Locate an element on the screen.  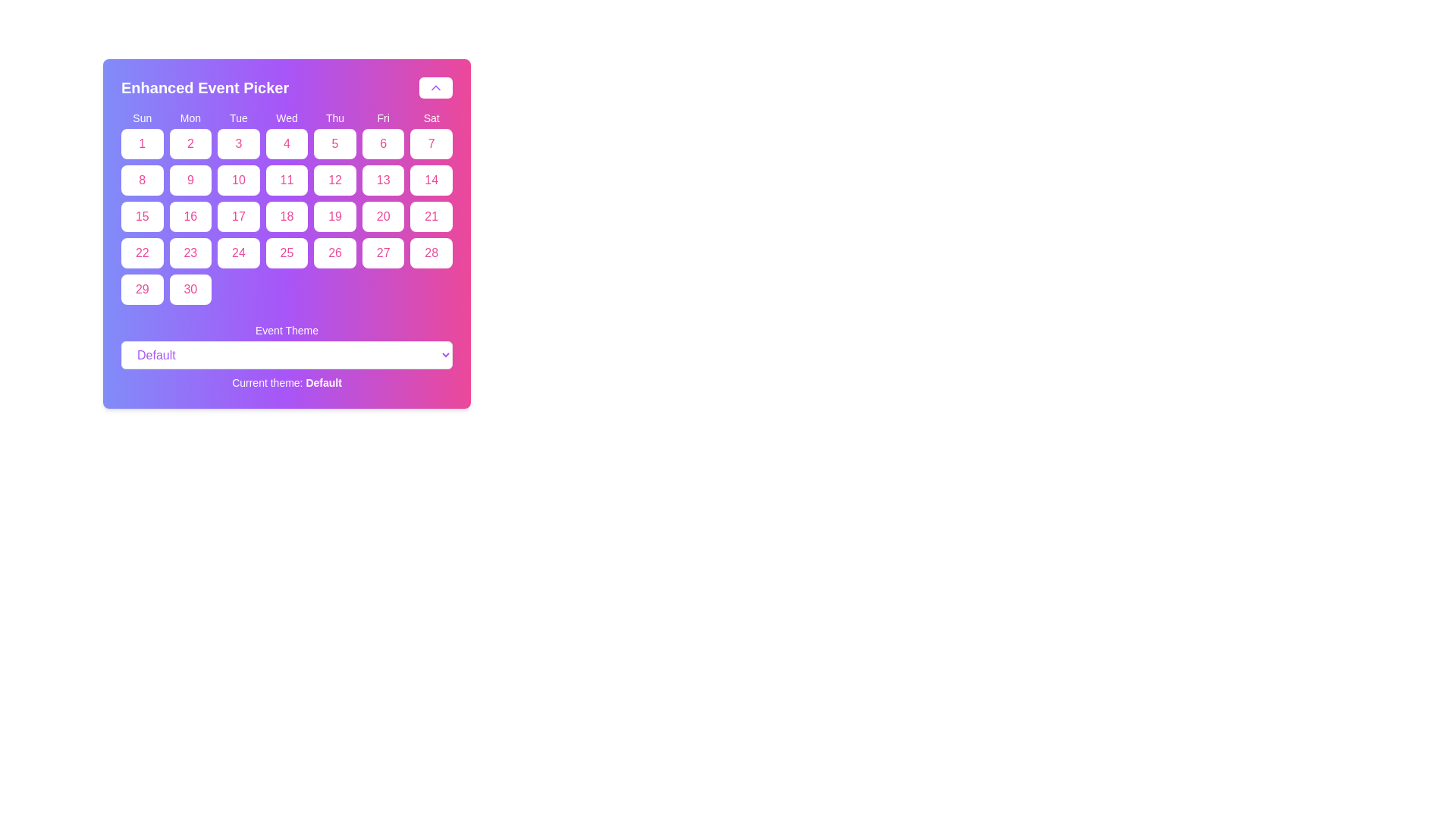
the button representing the 17th day of the month in the calendar is located at coordinates (237, 216).